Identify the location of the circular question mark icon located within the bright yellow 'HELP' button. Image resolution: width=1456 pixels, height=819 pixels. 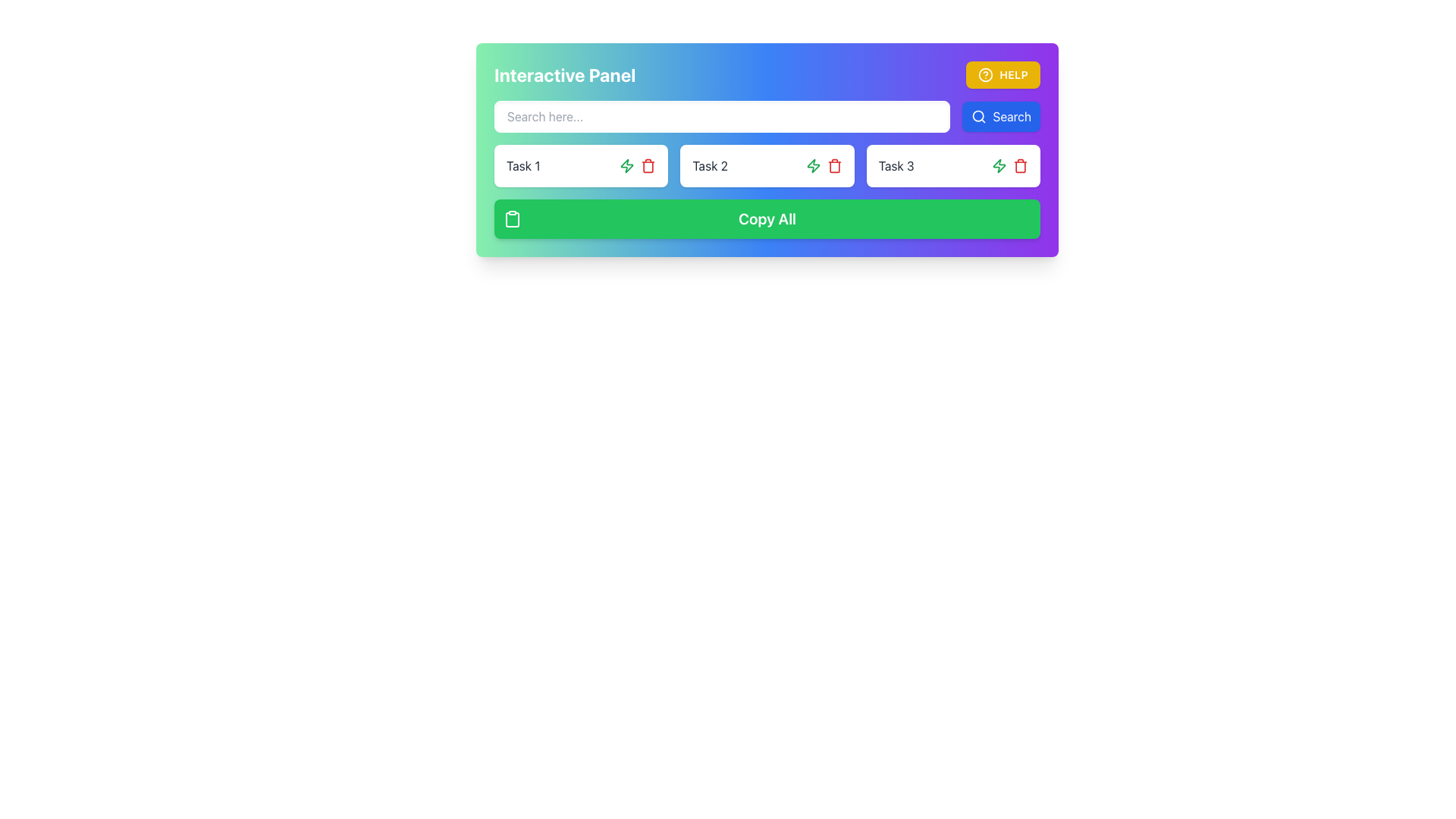
(986, 75).